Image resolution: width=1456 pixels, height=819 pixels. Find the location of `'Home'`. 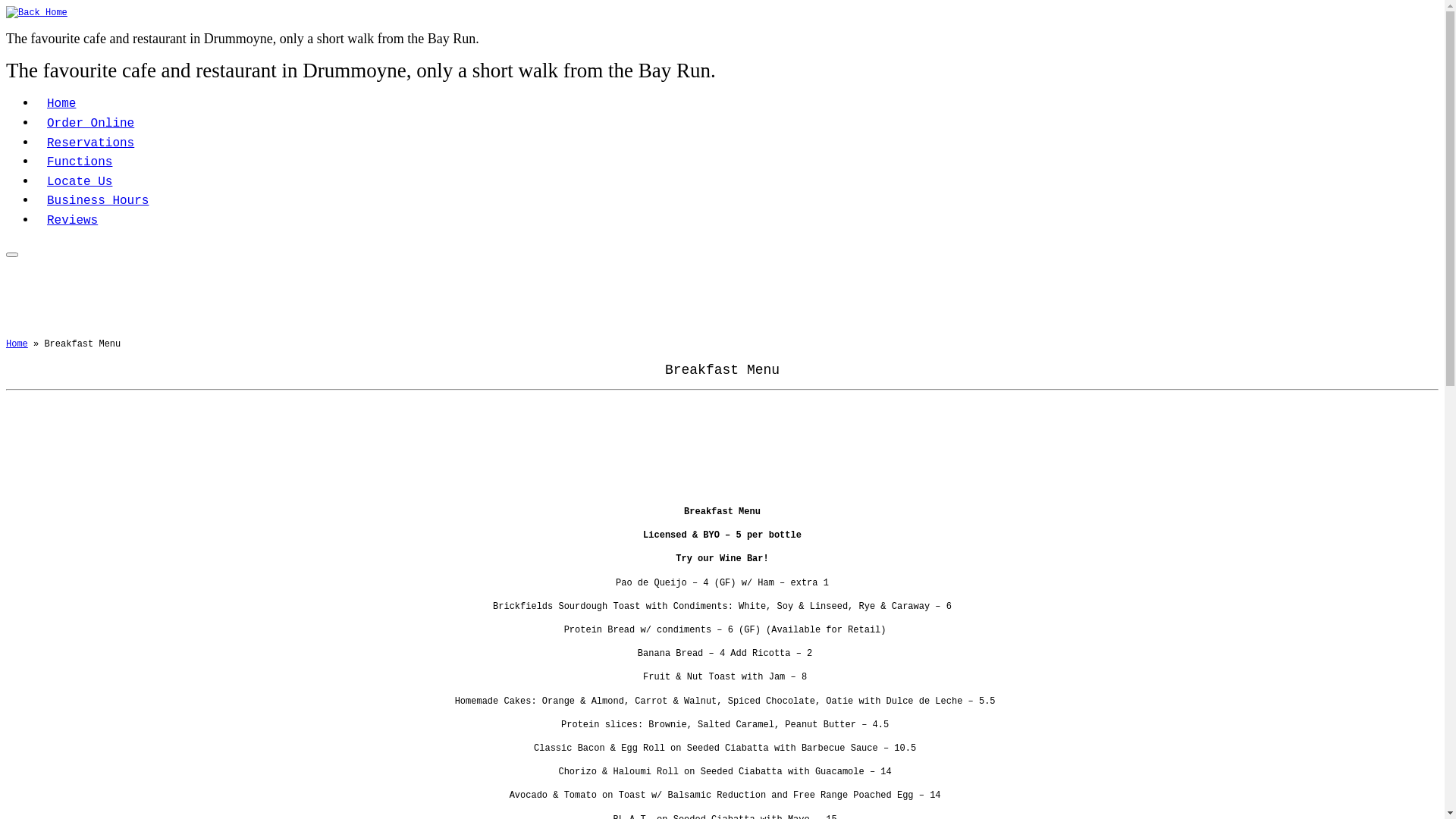

'Home' is located at coordinates (61, 103).